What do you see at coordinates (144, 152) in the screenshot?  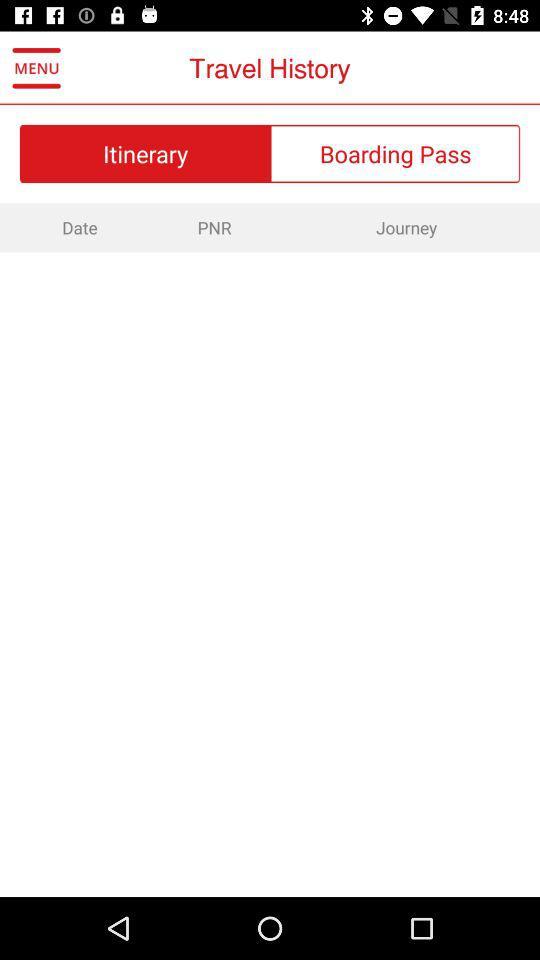 I see `the itinerary` at bounding box center [144, 152].